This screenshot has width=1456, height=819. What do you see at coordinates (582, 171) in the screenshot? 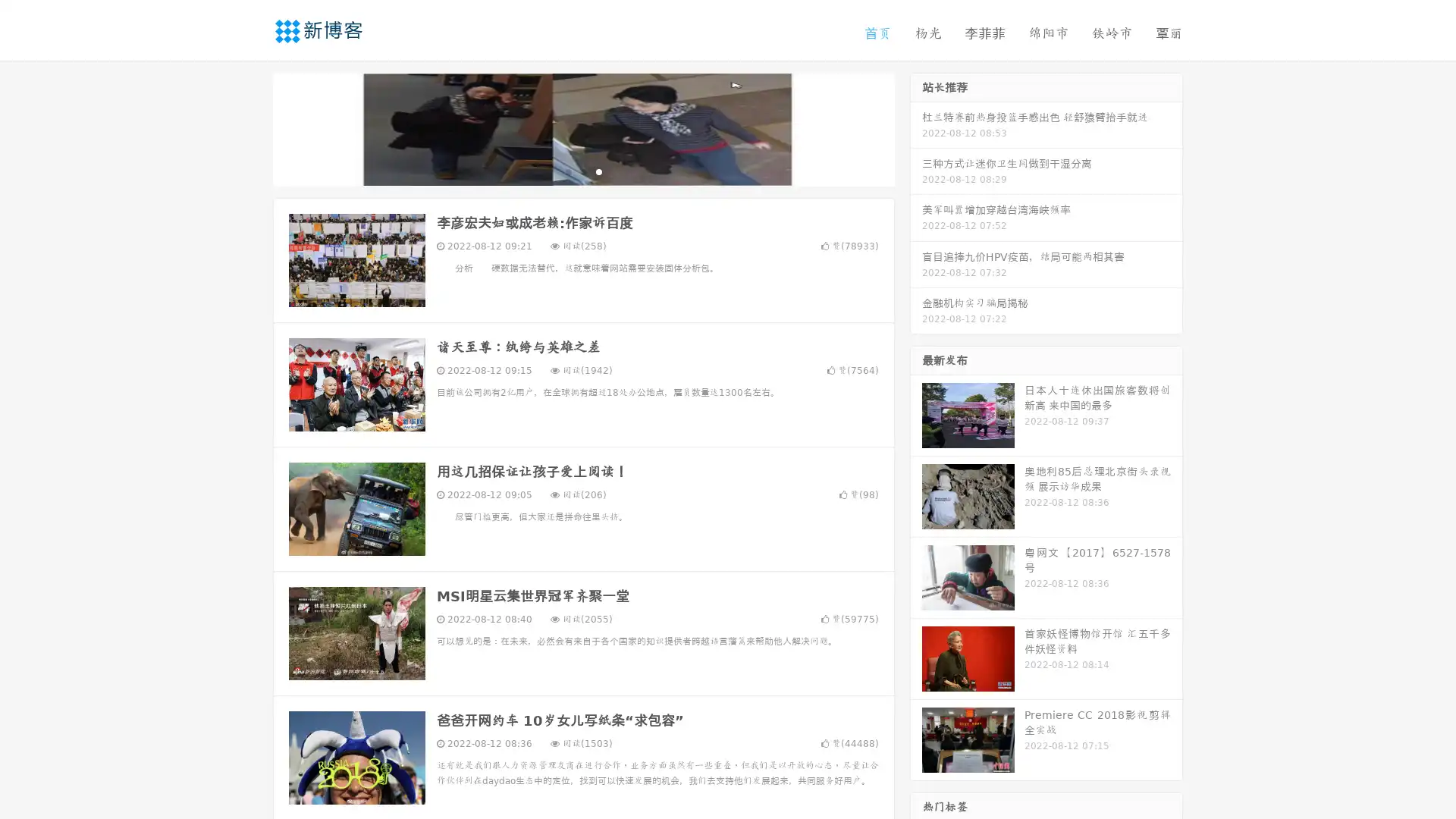
I see `Go to slide 2` at bounding box center [582, 171].